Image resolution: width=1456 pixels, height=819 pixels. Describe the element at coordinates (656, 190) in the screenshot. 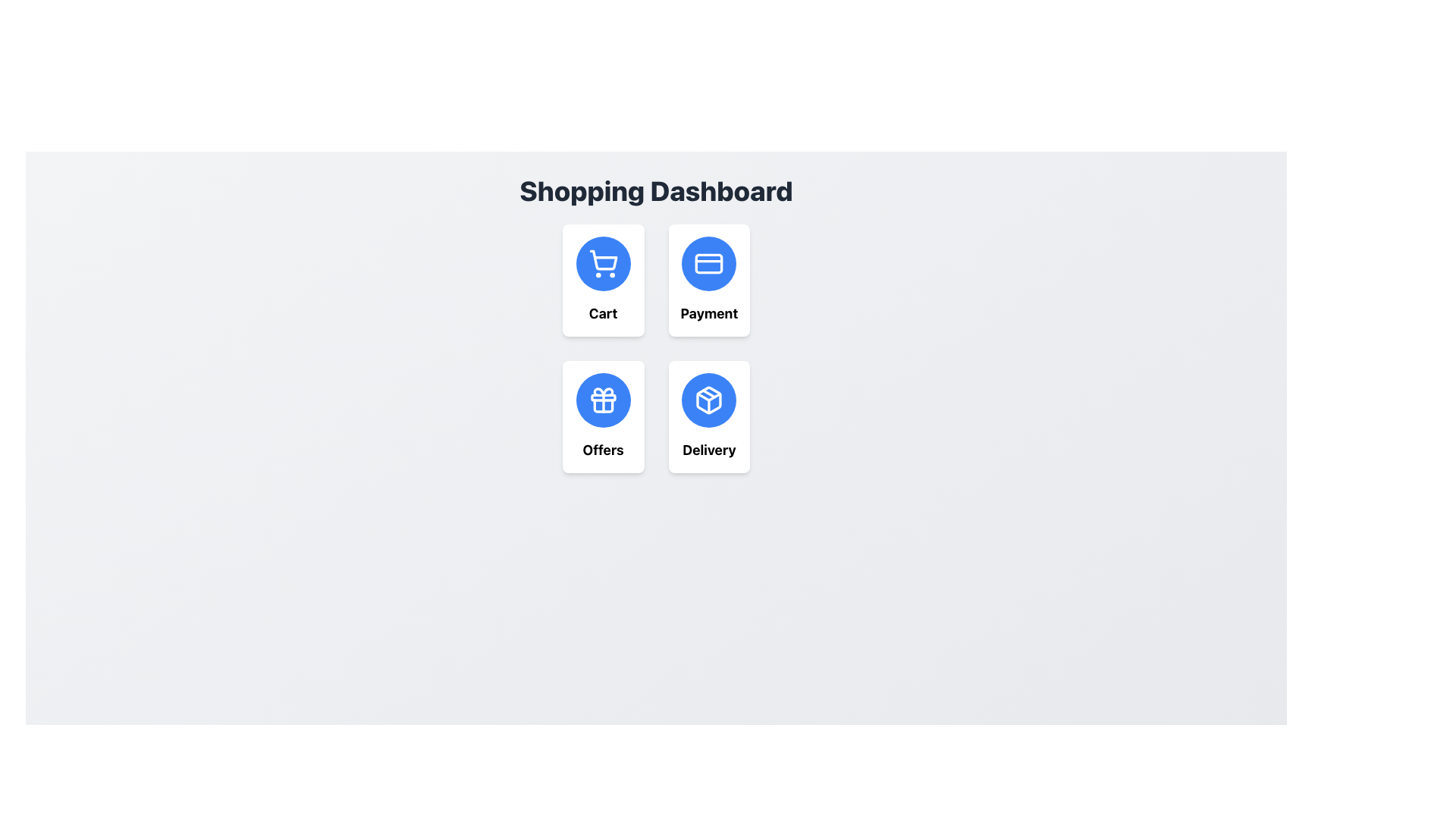

I see `prominently styled text block displaying the title 'Shopping Dashboard' to understand the context of the page` at that location.